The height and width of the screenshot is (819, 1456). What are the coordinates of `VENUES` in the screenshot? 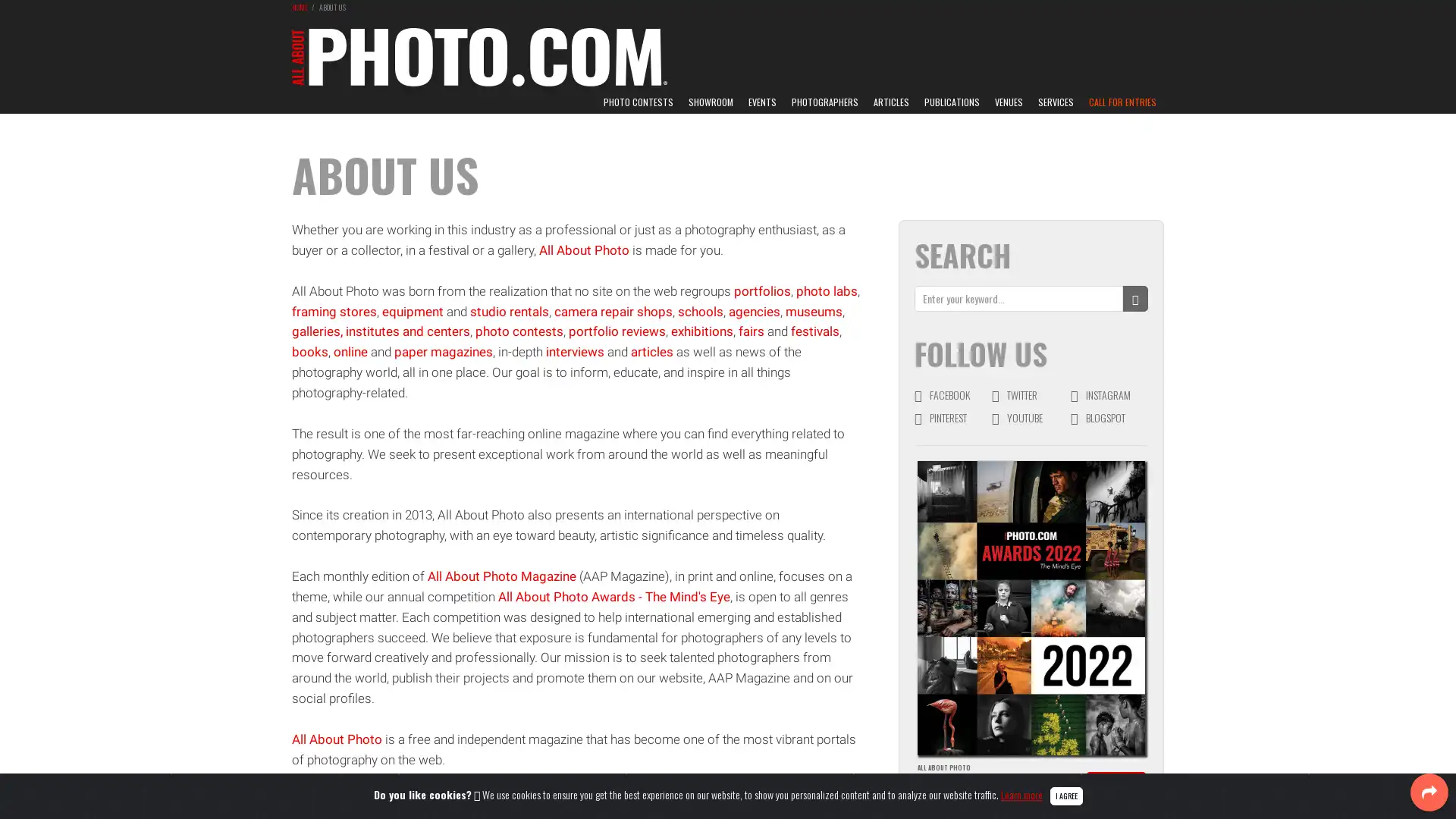 It's located at (1009, 102).